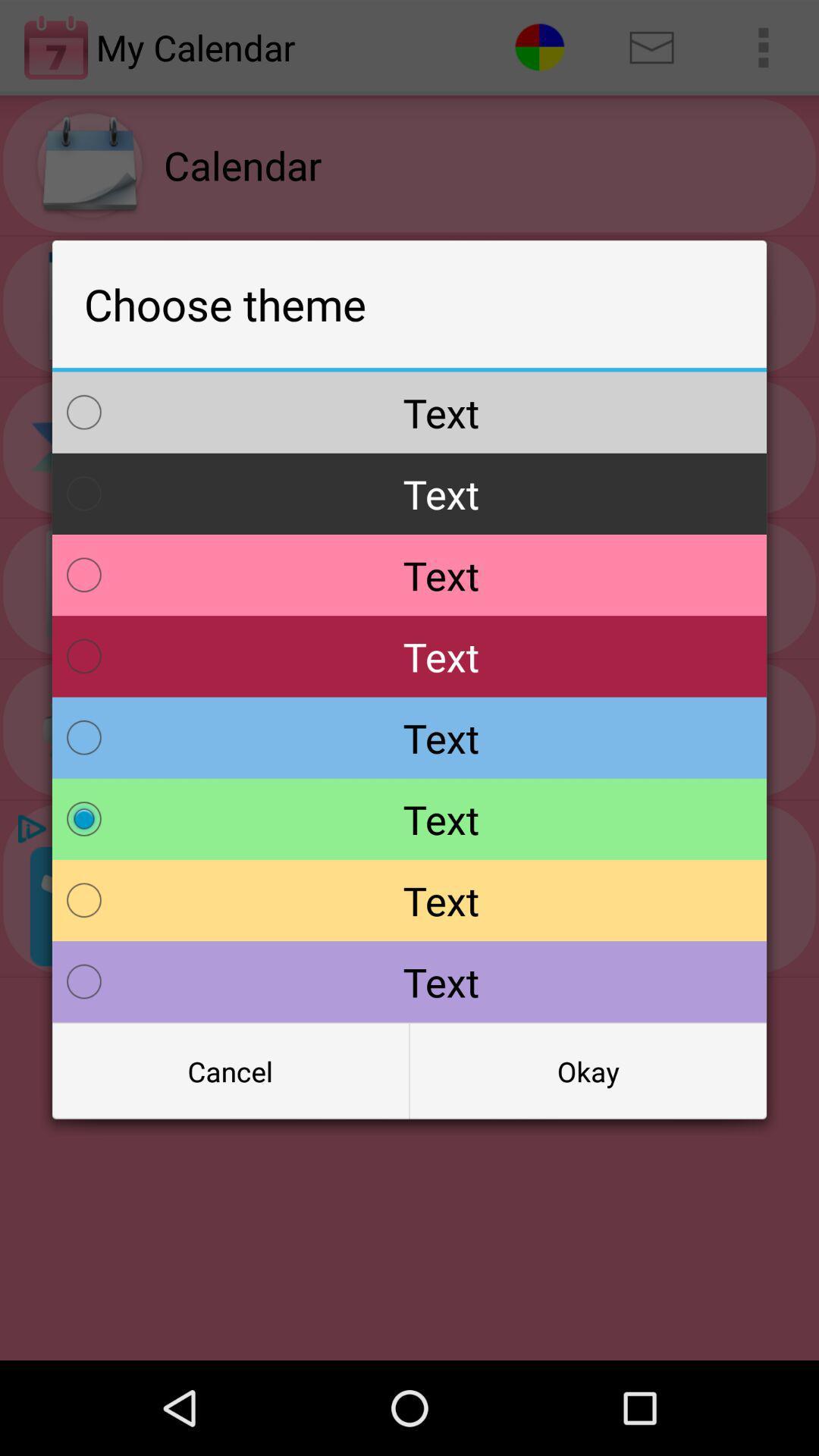  Describe the element at coordinates (231, 1070) in the screenshot. I see `the icon at the bottom left corner` at that location.